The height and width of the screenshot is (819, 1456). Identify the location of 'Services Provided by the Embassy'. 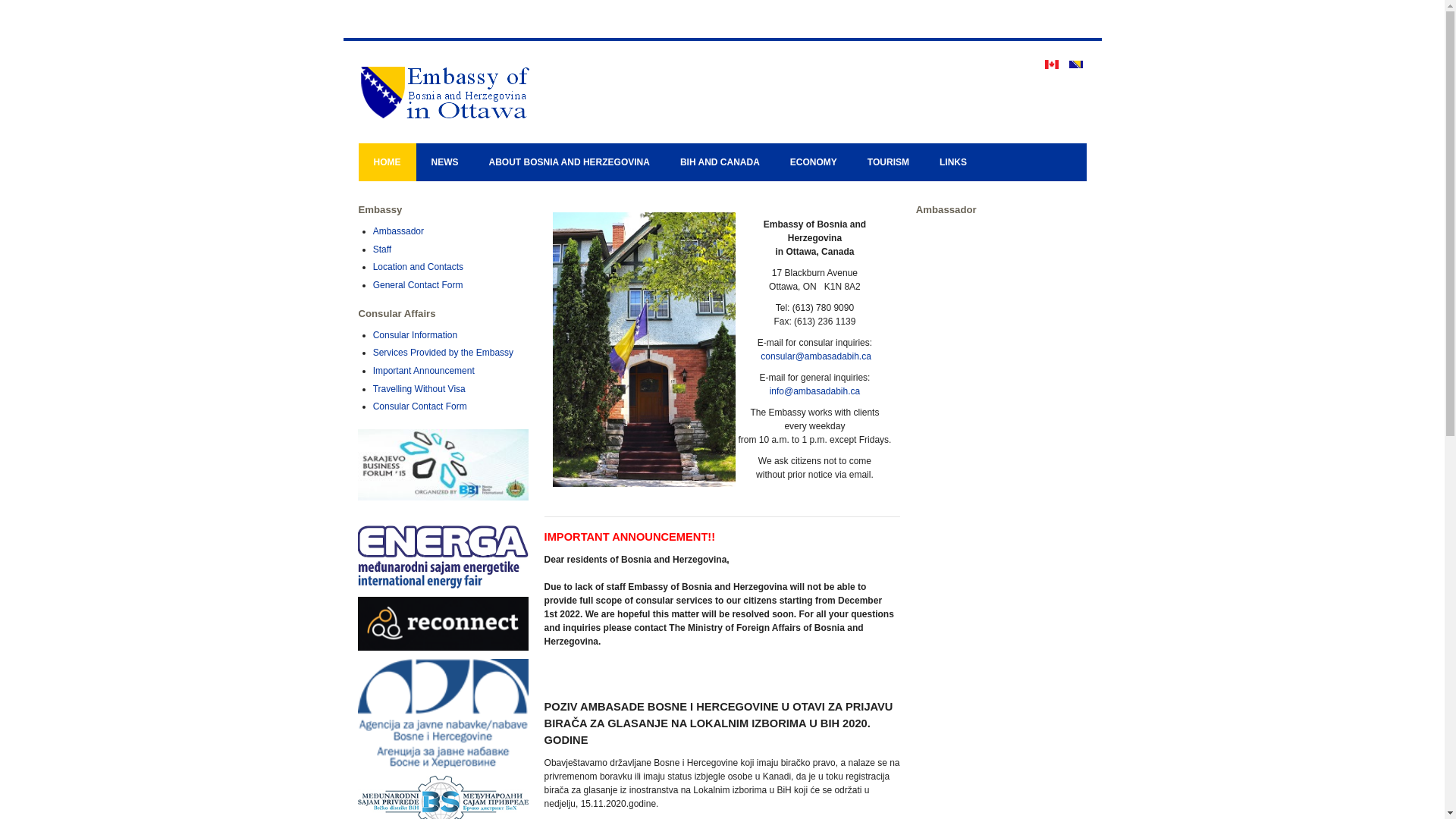
(442, 353).